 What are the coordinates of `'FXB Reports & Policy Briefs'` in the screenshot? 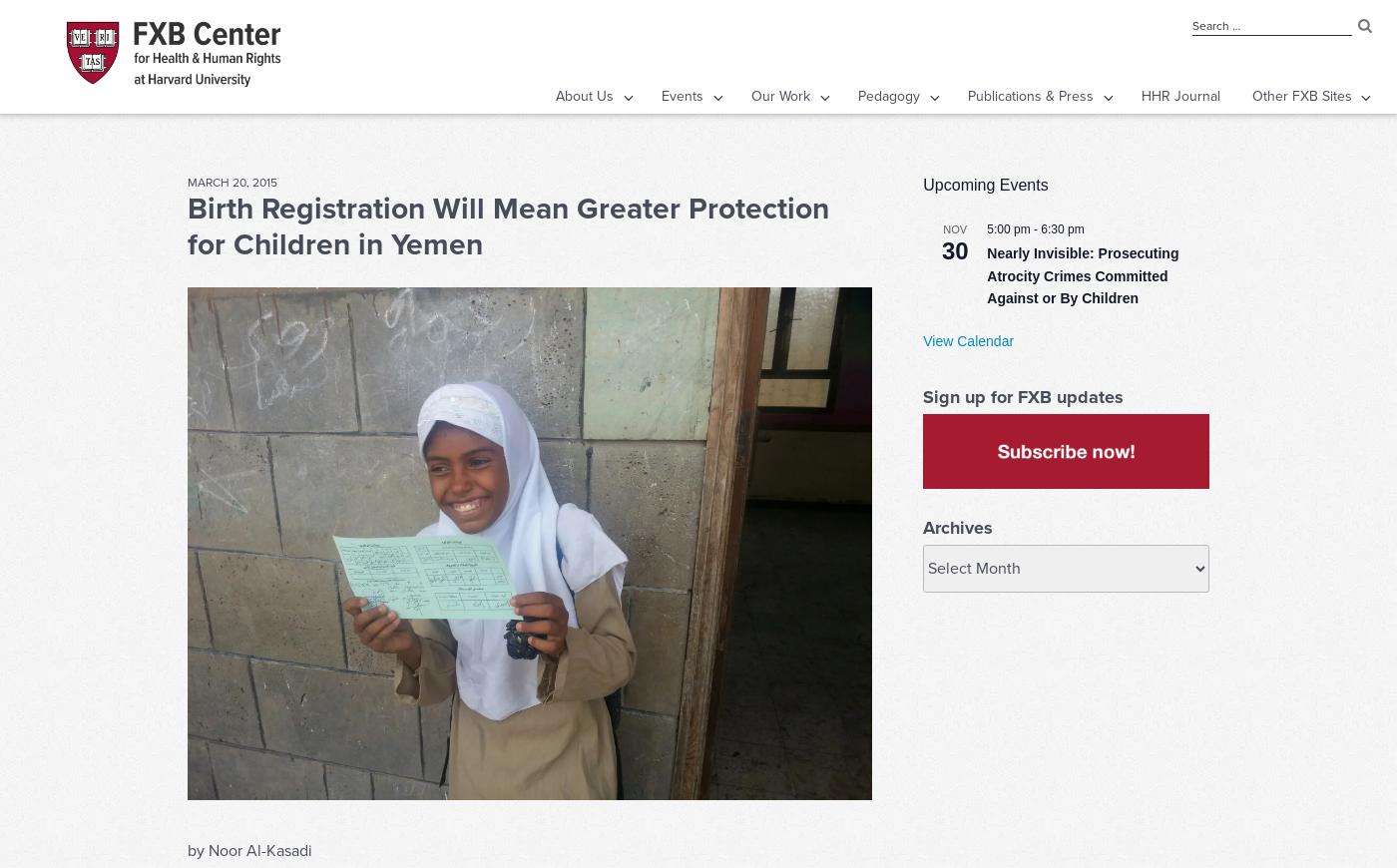 It's located at (1001, 136).